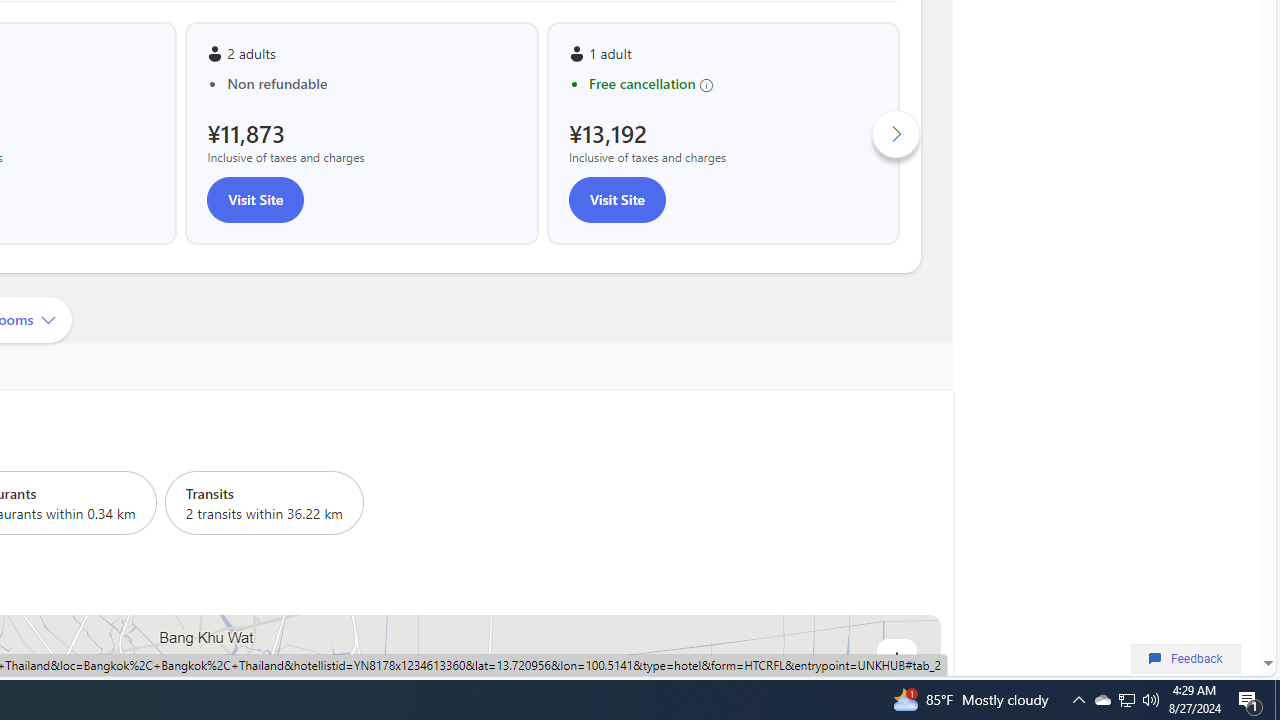 Image resolution: width=1280 pixels, height=720 pixels. I want to click on 'Non refundable', so click(371, 82).